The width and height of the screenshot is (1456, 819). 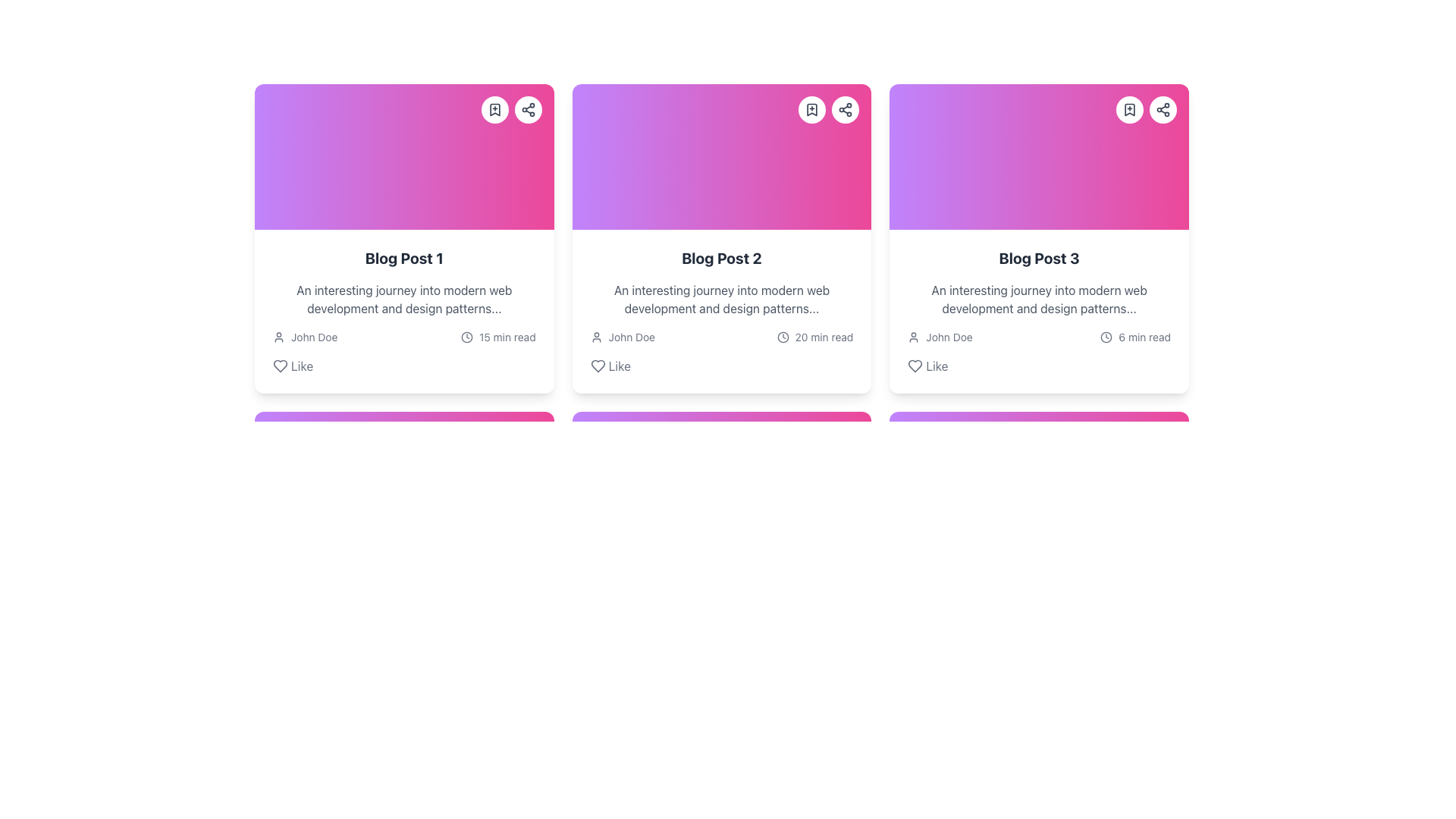 What do you see at coordinates (915, 366) in the screenshot?
I see `the heart-shaped icon button located to the left of the 'Like' text in the horizontally aligned group at the bottom of 'Blog Post 3'` at bounding box center [915, 366].